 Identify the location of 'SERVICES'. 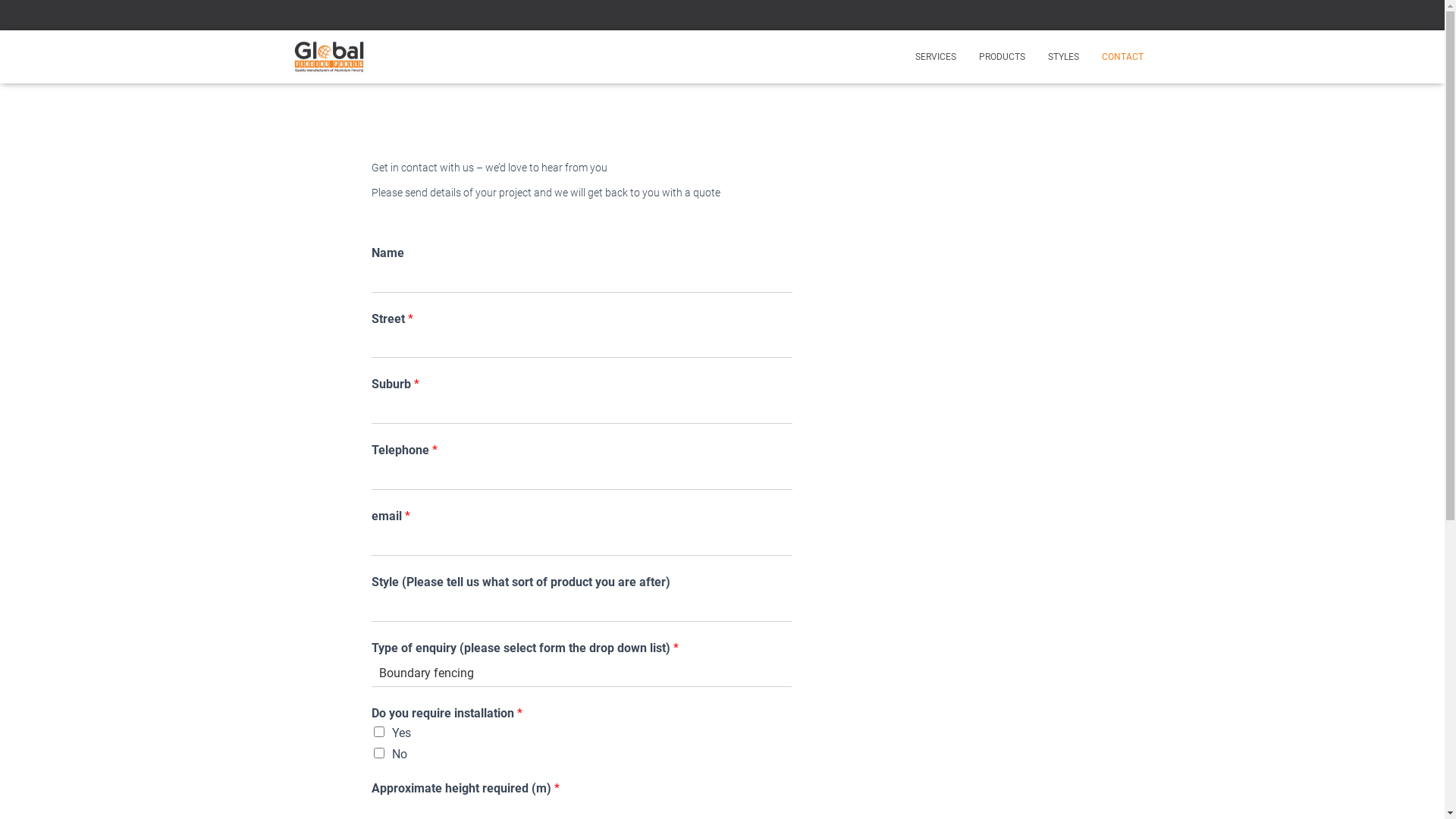
(934, 55).